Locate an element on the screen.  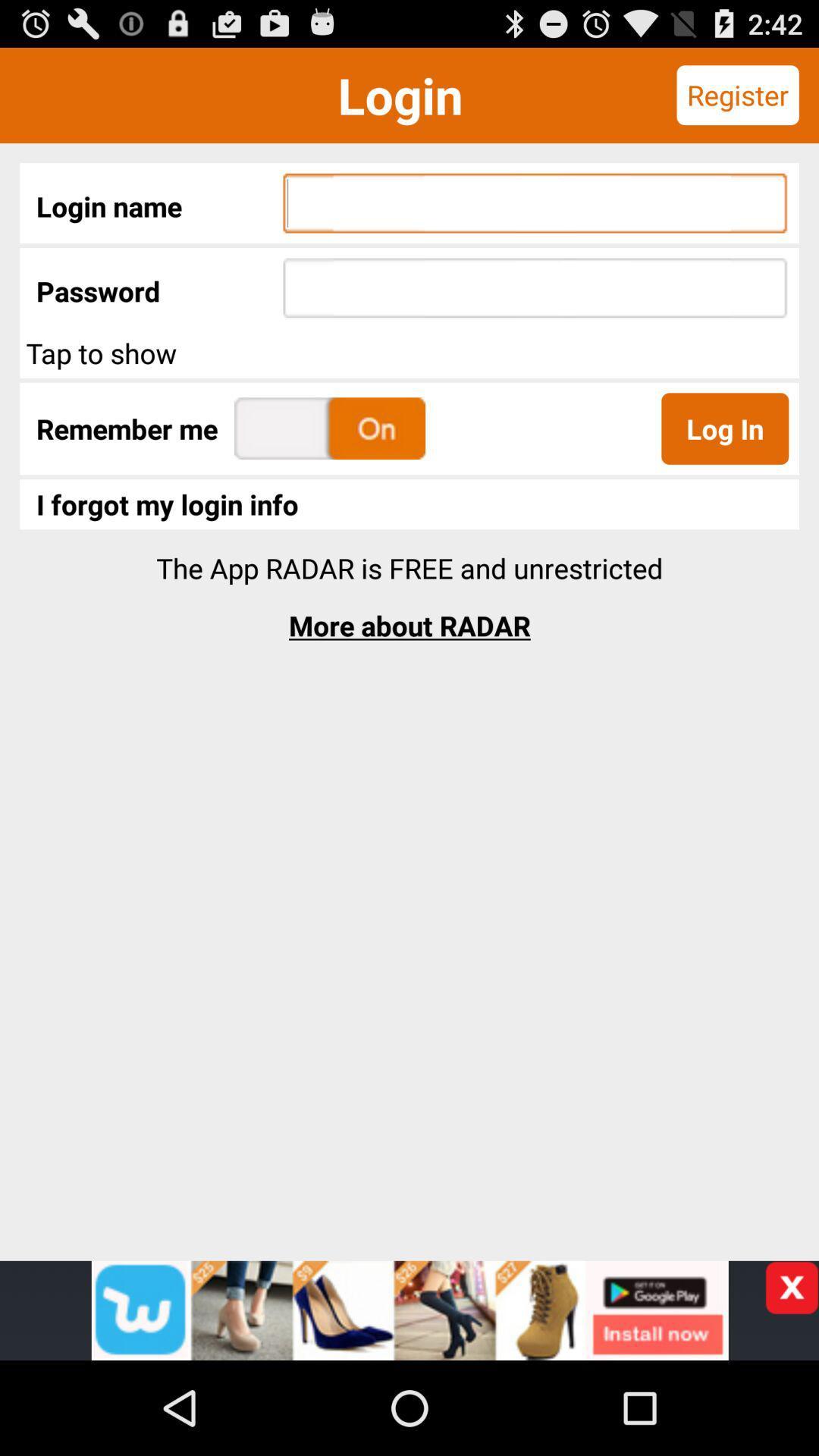
click off or on to remember me is located at coordinates (329, 428).